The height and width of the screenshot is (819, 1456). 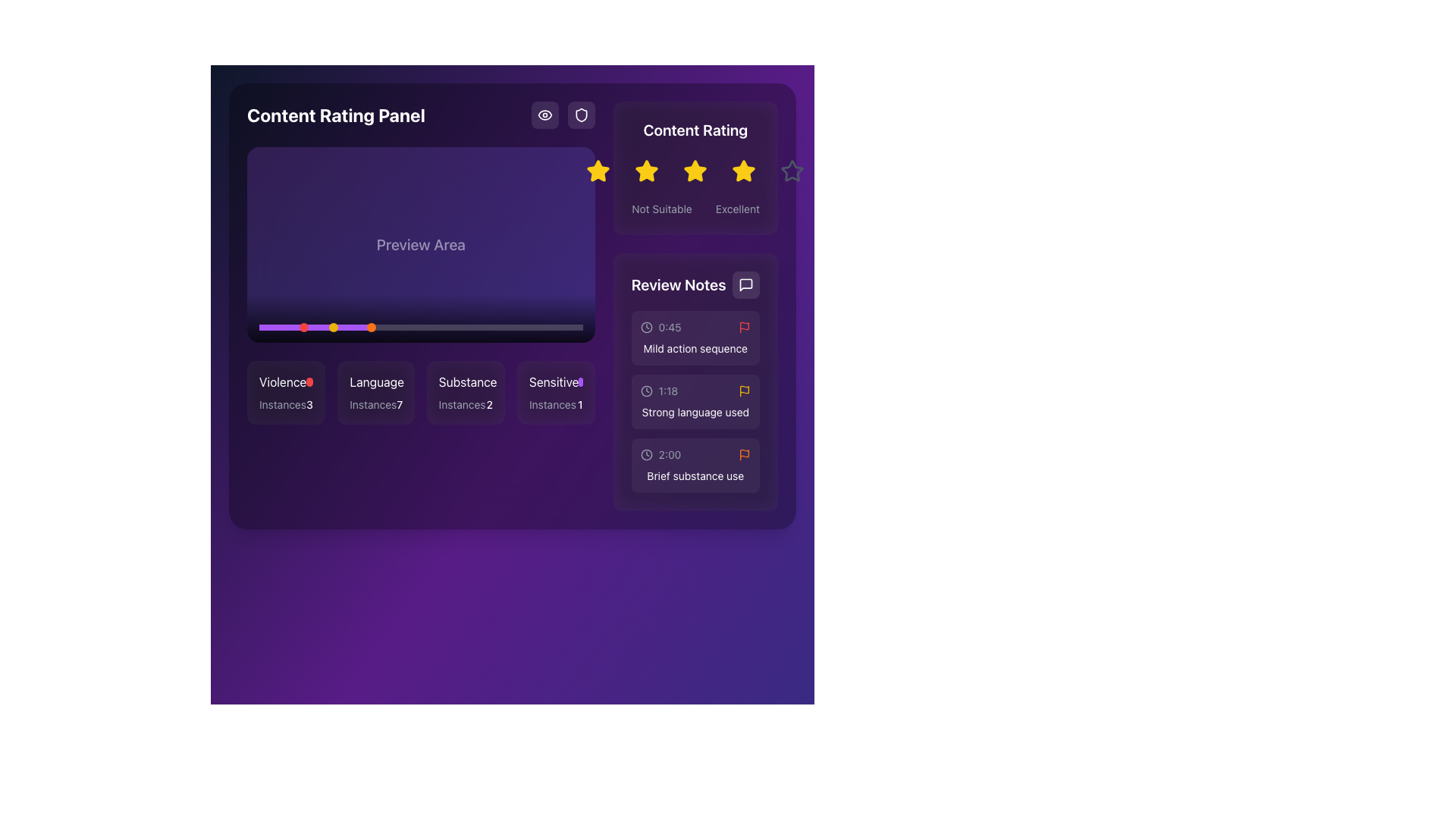 I want to click on the Decorative overlay, which is a lowermost gradient bar in the purple-themed preview area, located directly below the 'Preview Area' text, so click(x=421, y=318).